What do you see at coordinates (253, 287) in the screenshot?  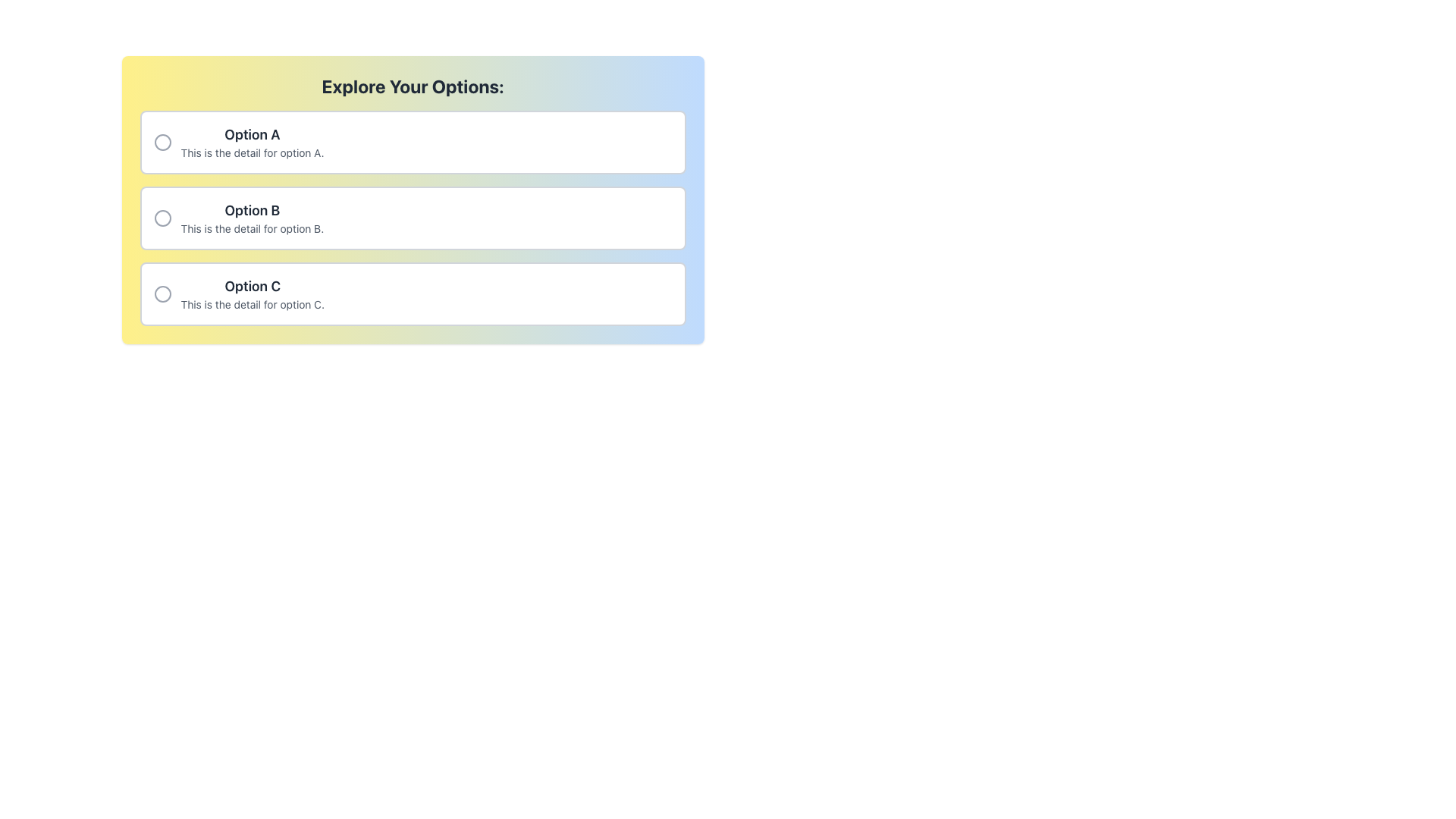 I see `the text label 'Option C' which is styled in bold and larger font` at bounding box center [253, 287].